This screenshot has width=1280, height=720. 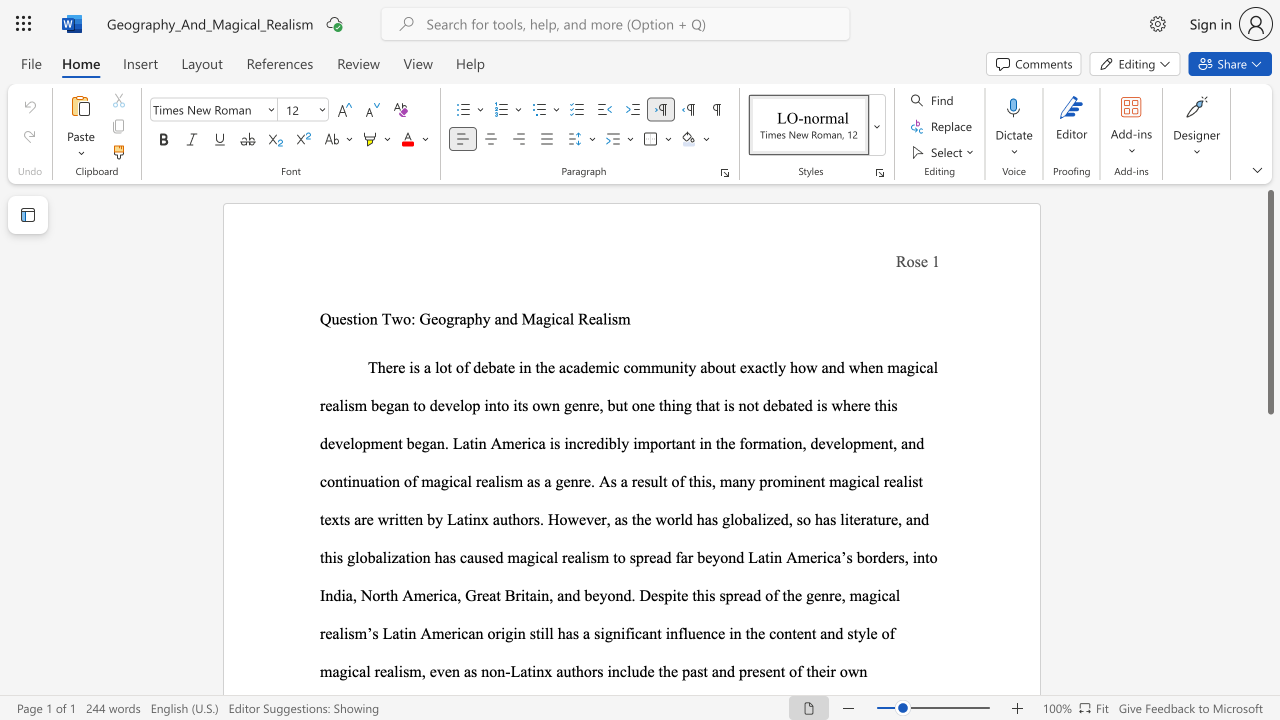 What do you see at coordinates (1269, 490) in the screenshot?
I see `the right-hand scrollbar to descend the page` at bounding box center [1269, 490].